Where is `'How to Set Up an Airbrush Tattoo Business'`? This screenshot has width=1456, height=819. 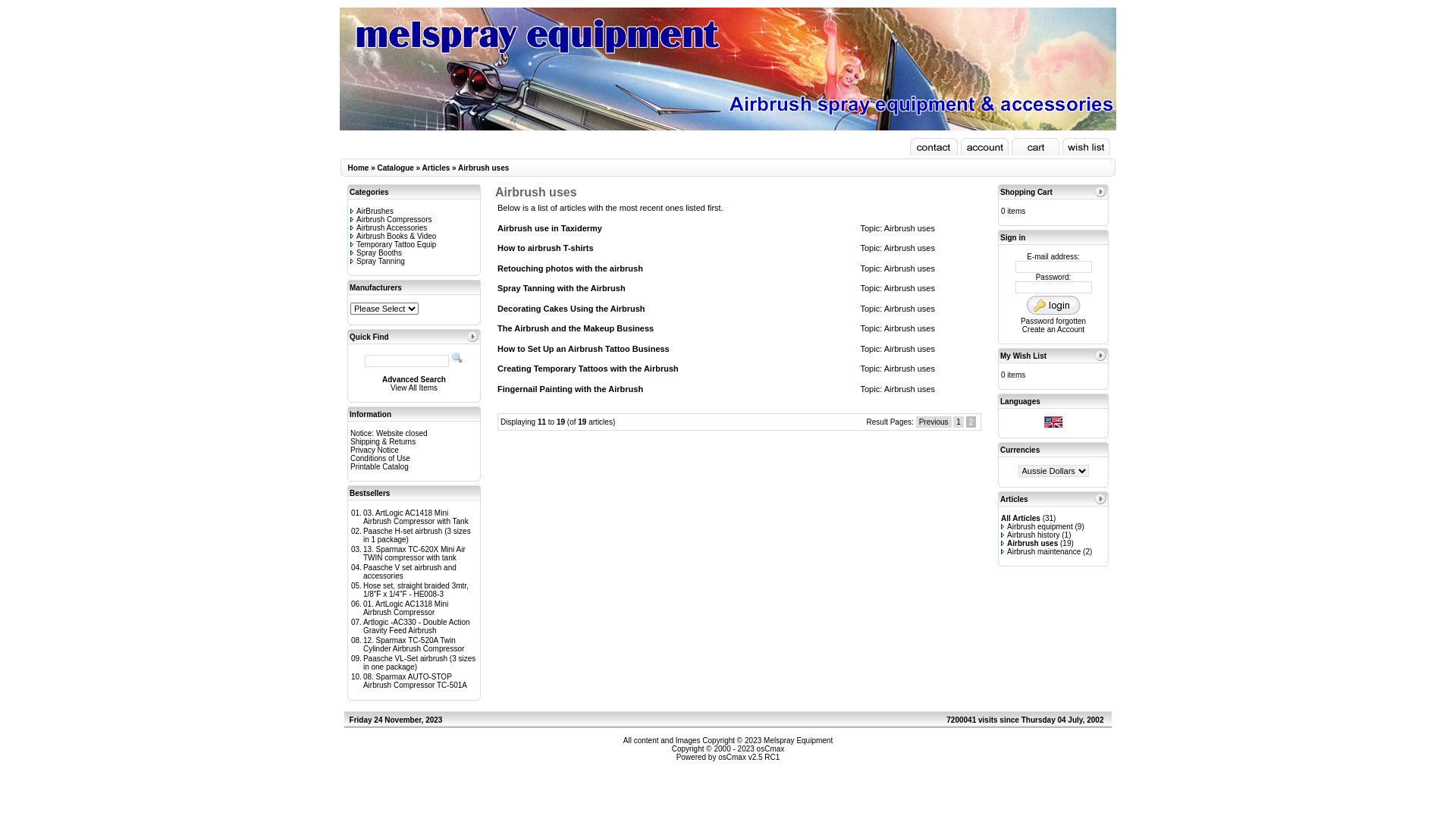 'How to Set Up an Airbrush Tattoo Business' is located at coordinates (582, 348).